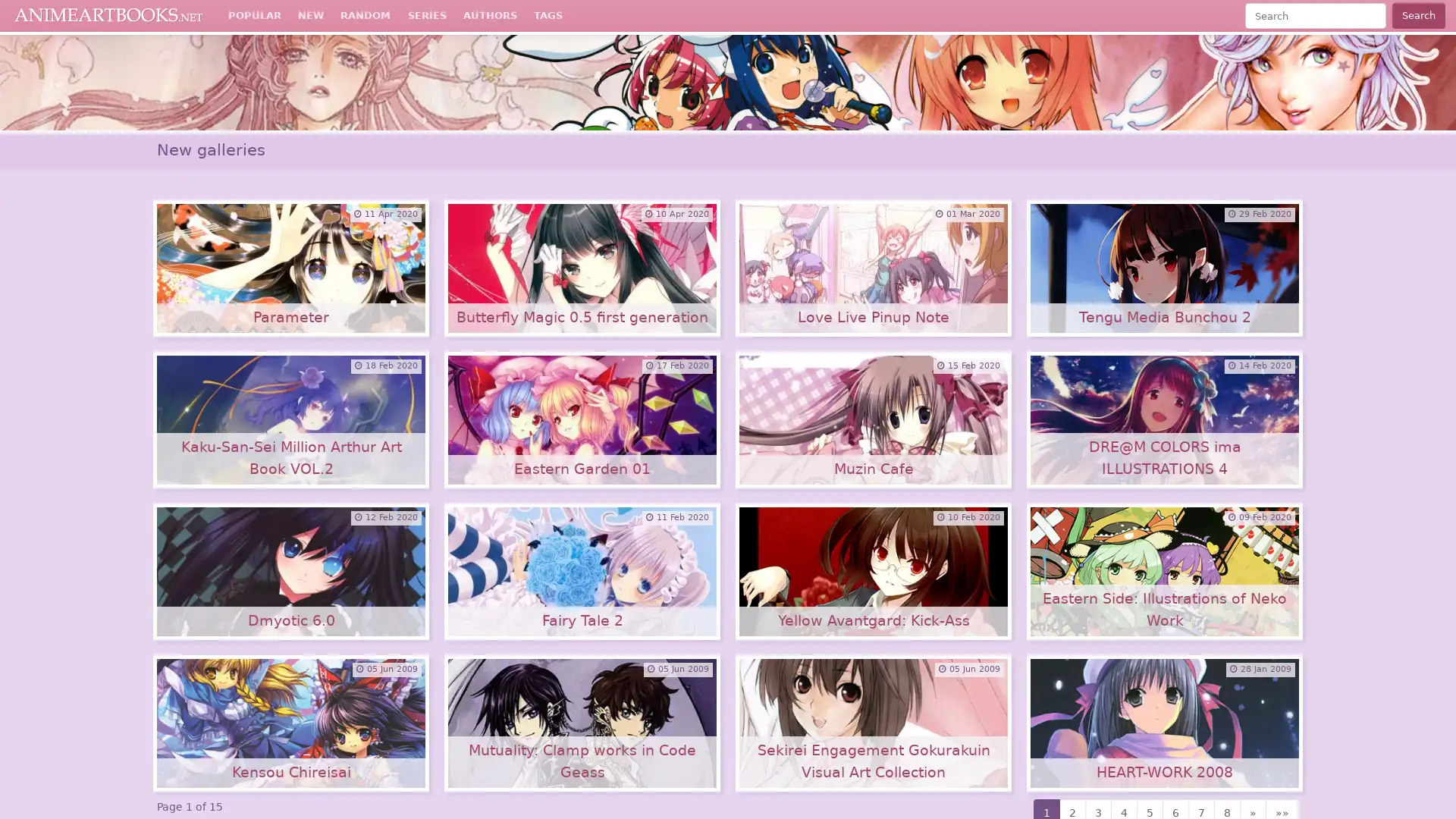 The width and height of the screenshot is (1456, 819). What do you see at coordinates (1417, 15) in the screenshot?
I see `Search` at bounding box center [1417, 15].